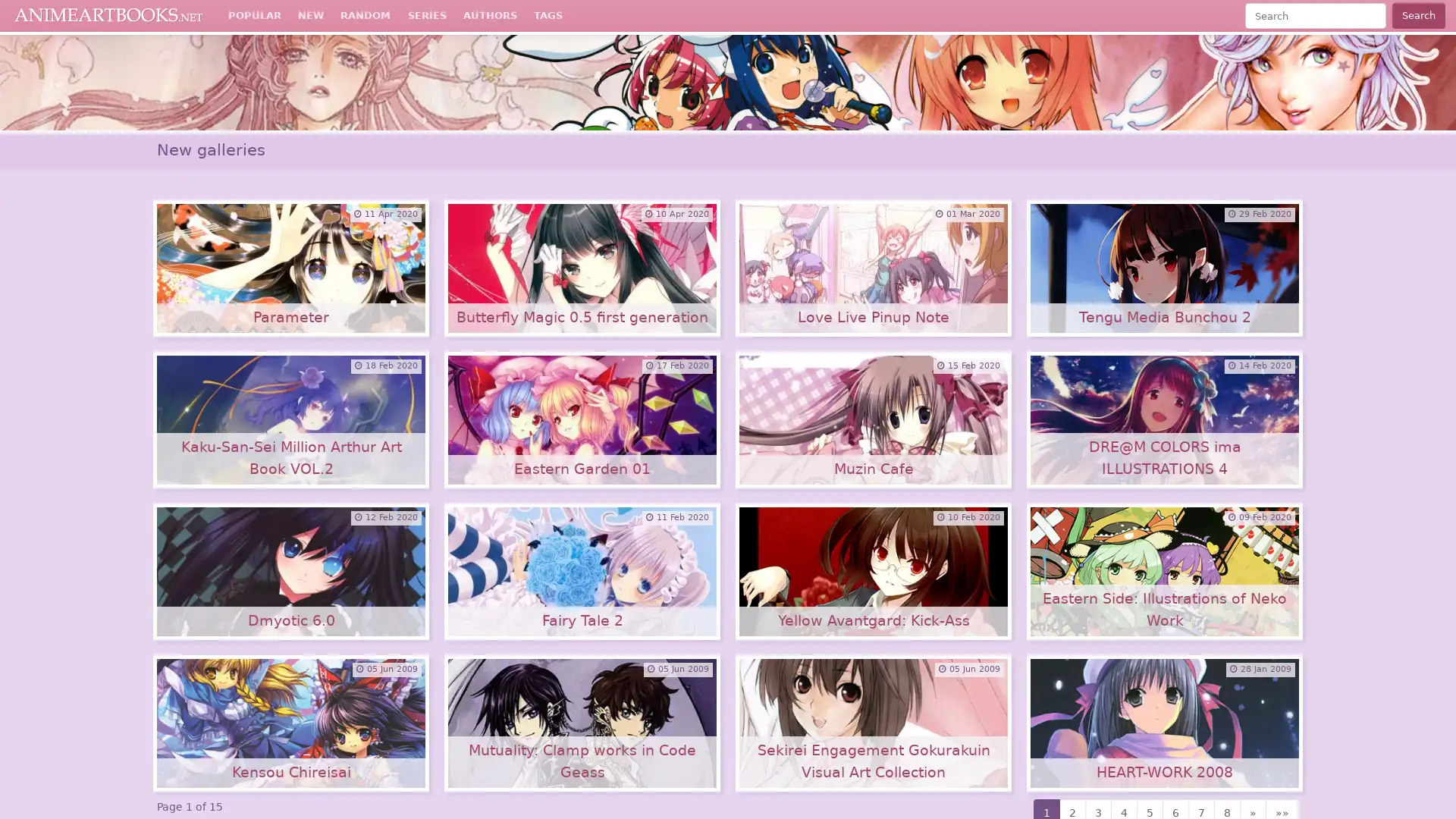 The width and height of the screenshot is (1456, 819). What do you see at coordinates (1417, 15) in the screenshot?
I see `Search` at bounding box center [1417, 15].